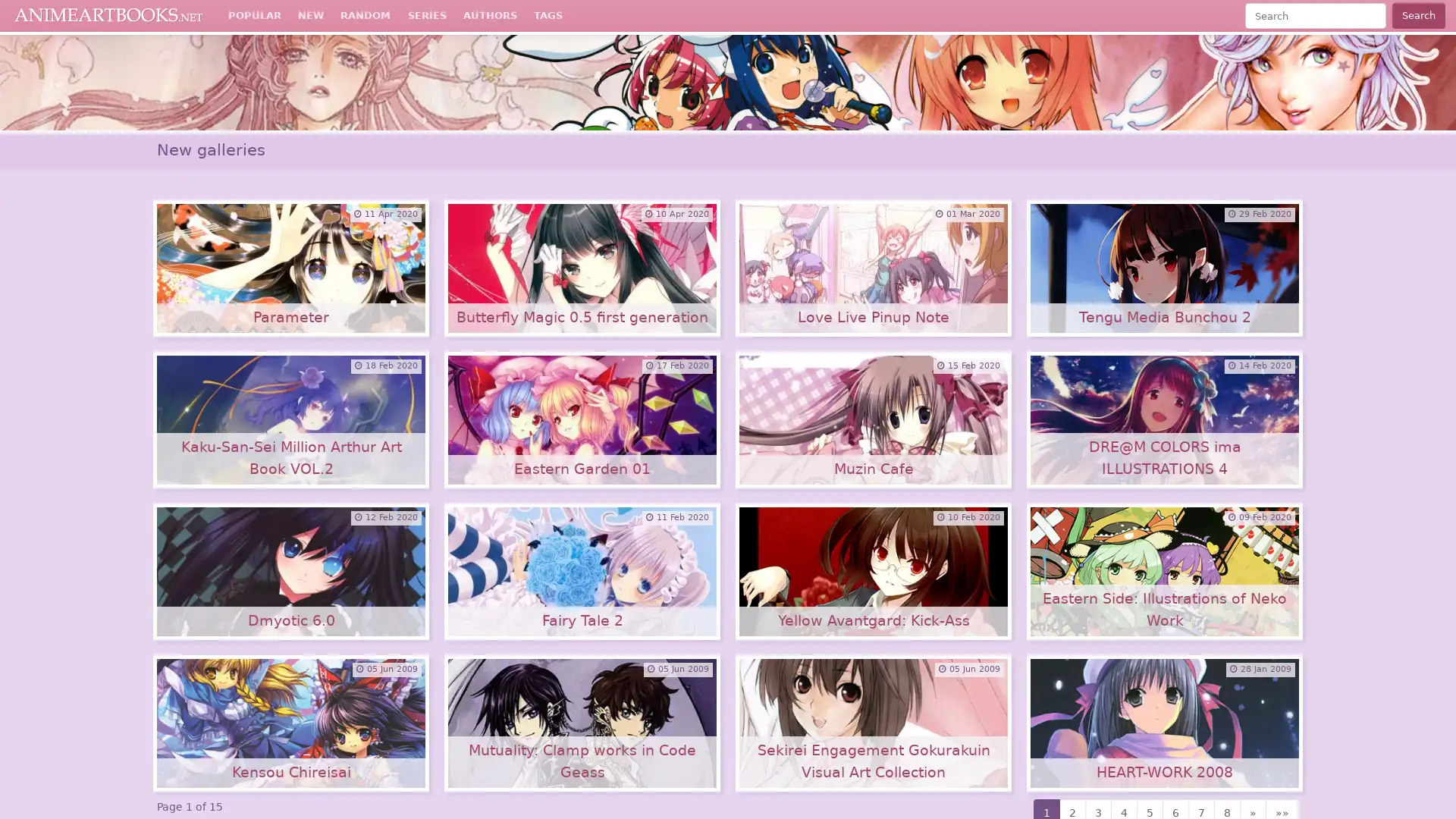 The width and height of the screenshot is (1456, 819). What do you see at coordinates (1417, 15) in the screenshot?
I see `Search` at bounding box center [1417, 15].